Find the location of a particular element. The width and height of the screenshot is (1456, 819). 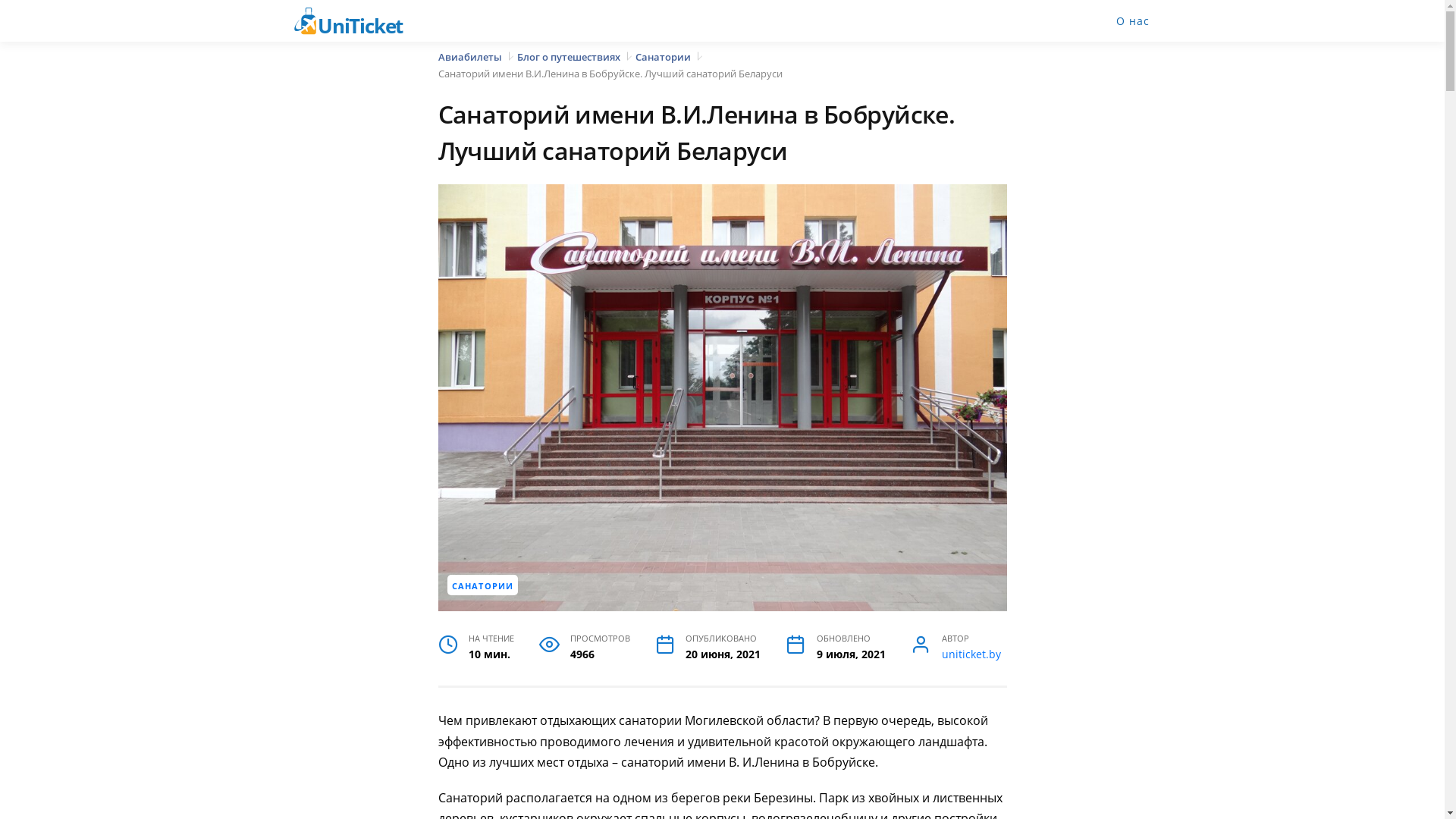

'uniticket.by' is located at coordinates (971, 654).